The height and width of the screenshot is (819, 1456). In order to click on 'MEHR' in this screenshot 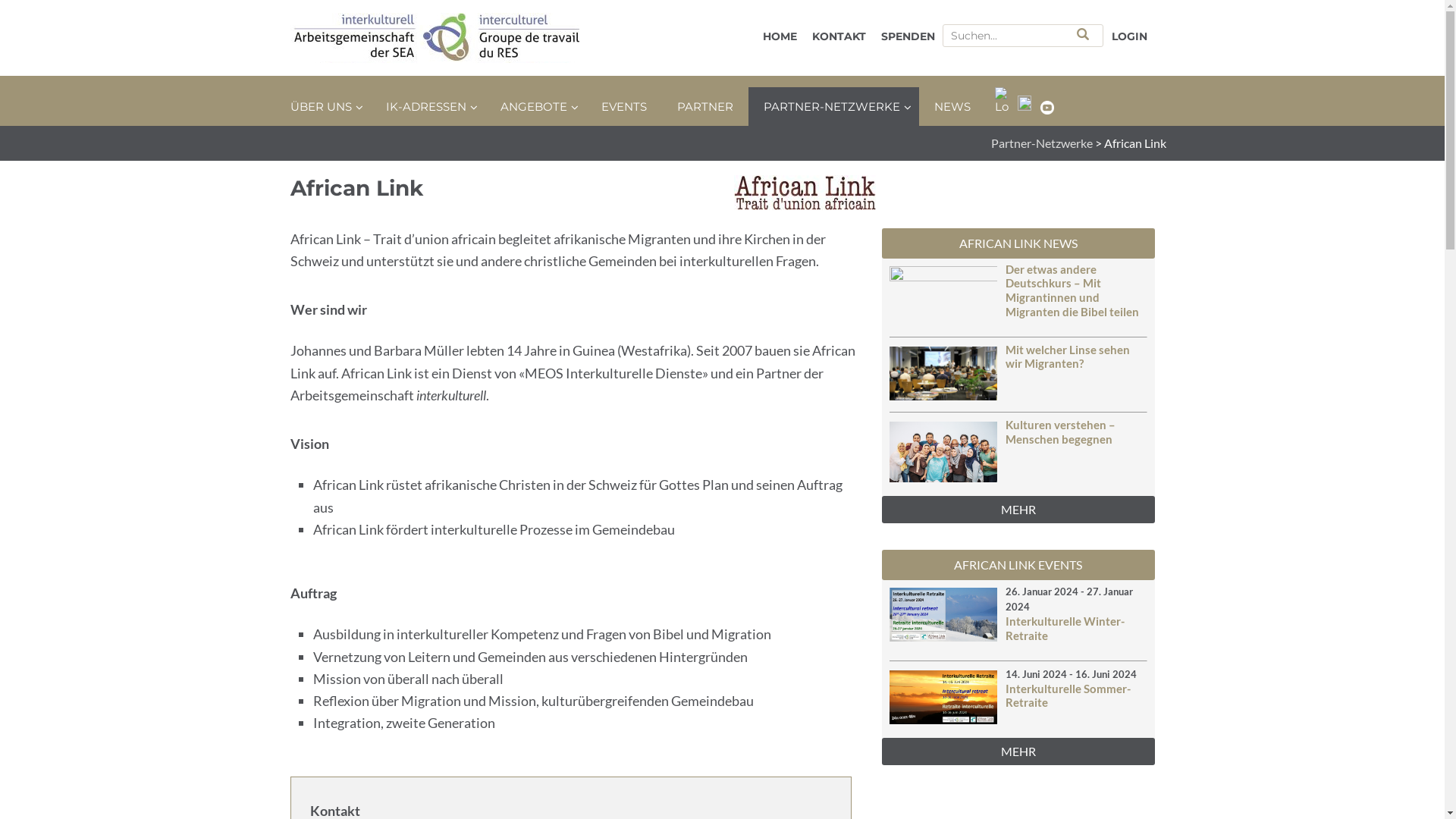, I will do `click(1018, 751)`.